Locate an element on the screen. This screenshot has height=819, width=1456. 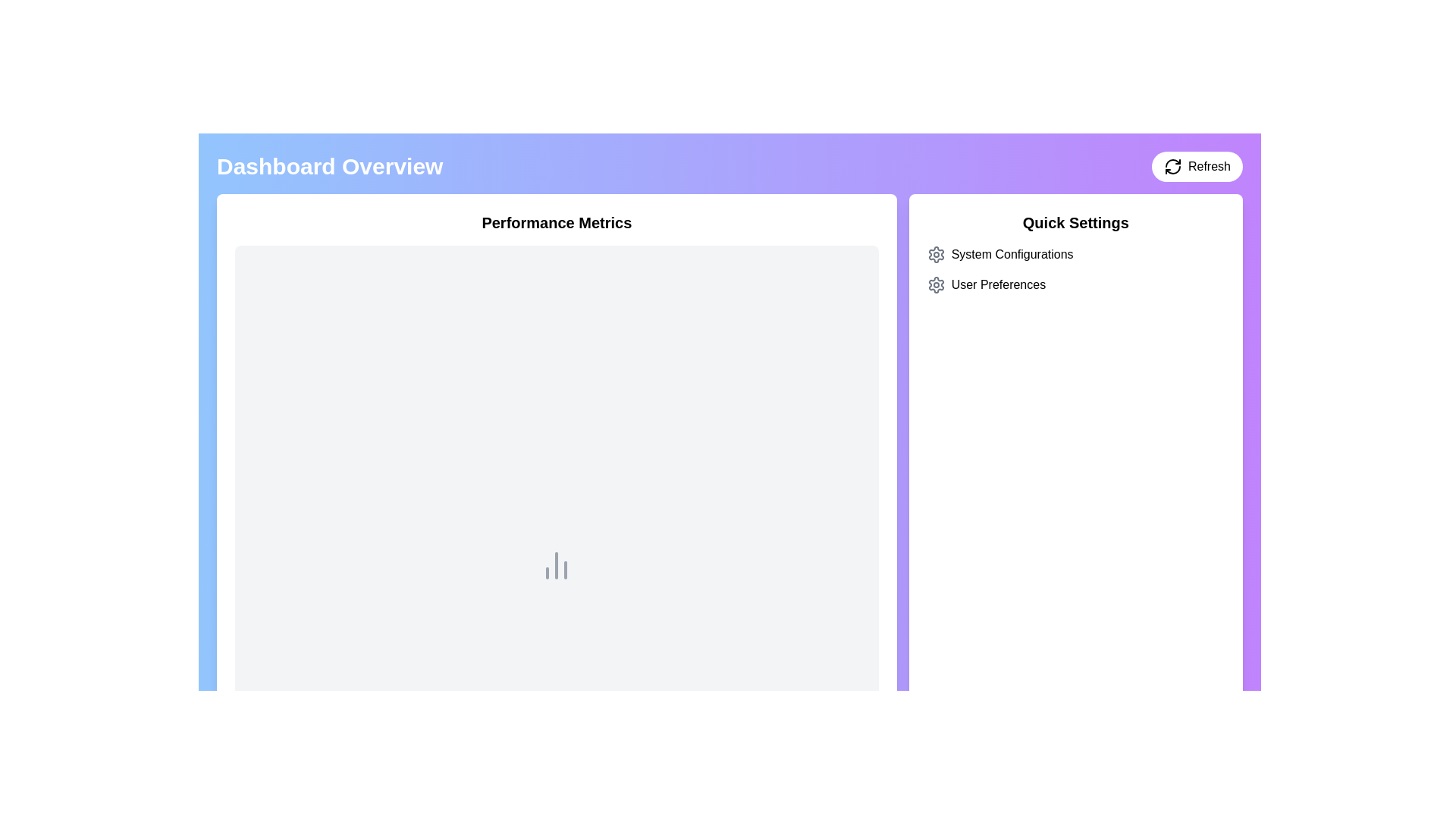
the refresh icon located inside the rounded button labeled 'Refresh' in the top-right corner of the interface is located at coordinates (1172, 166).